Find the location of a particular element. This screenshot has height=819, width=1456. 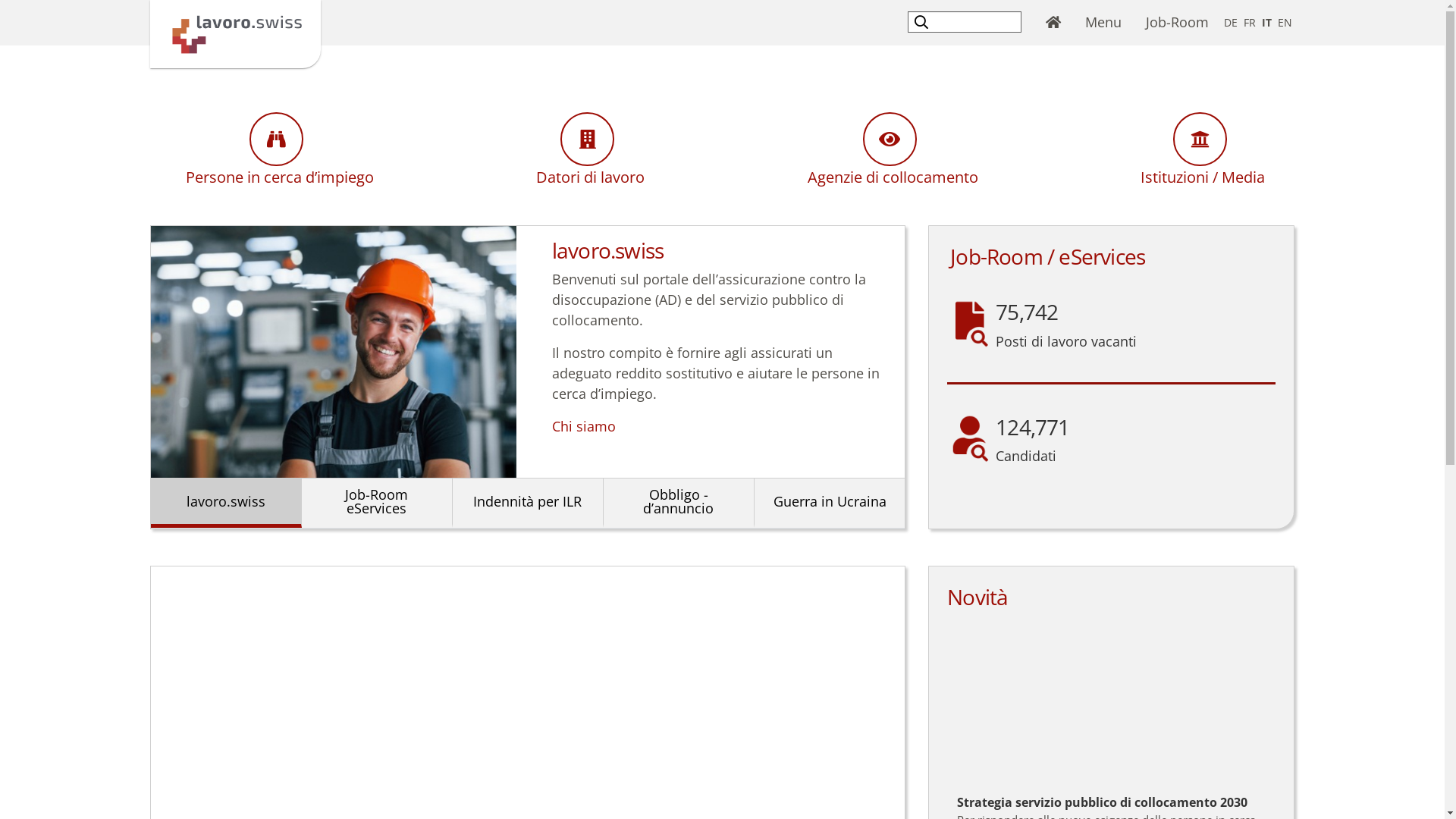

'DE' is located at coordinates (1230, 22).